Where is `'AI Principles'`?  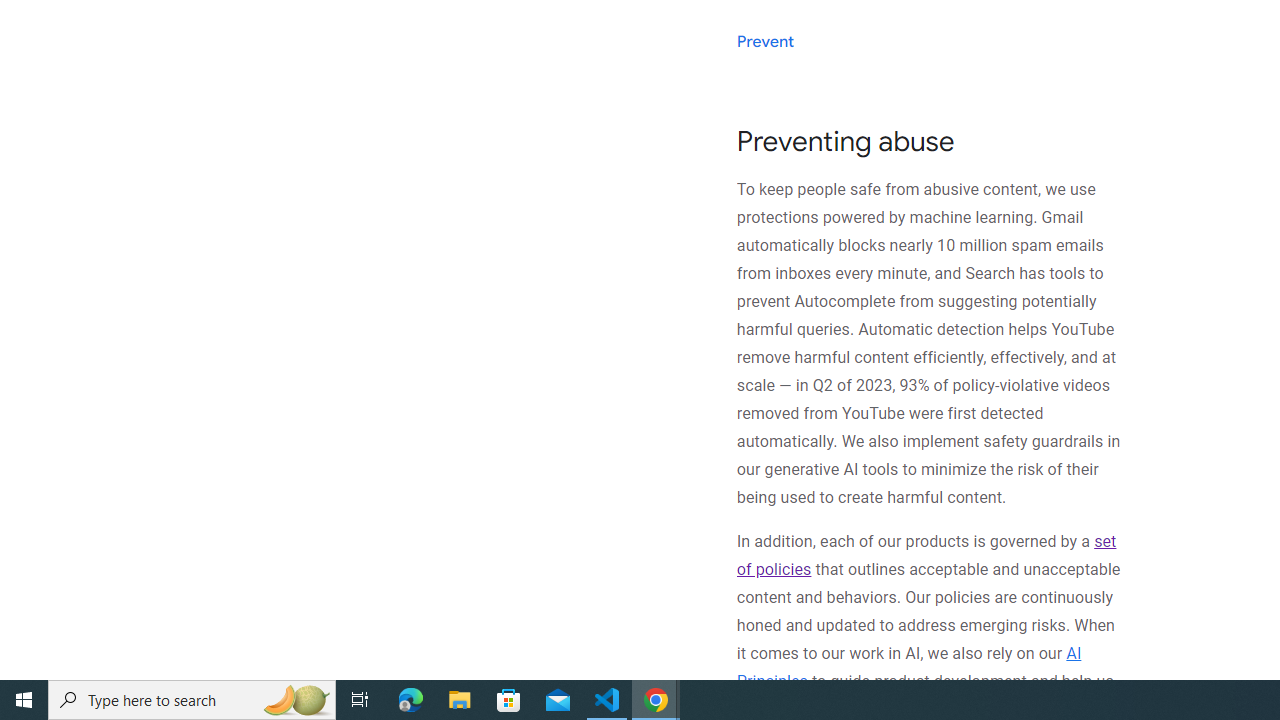 'AI Principles' is located at coordinates (907, 667).